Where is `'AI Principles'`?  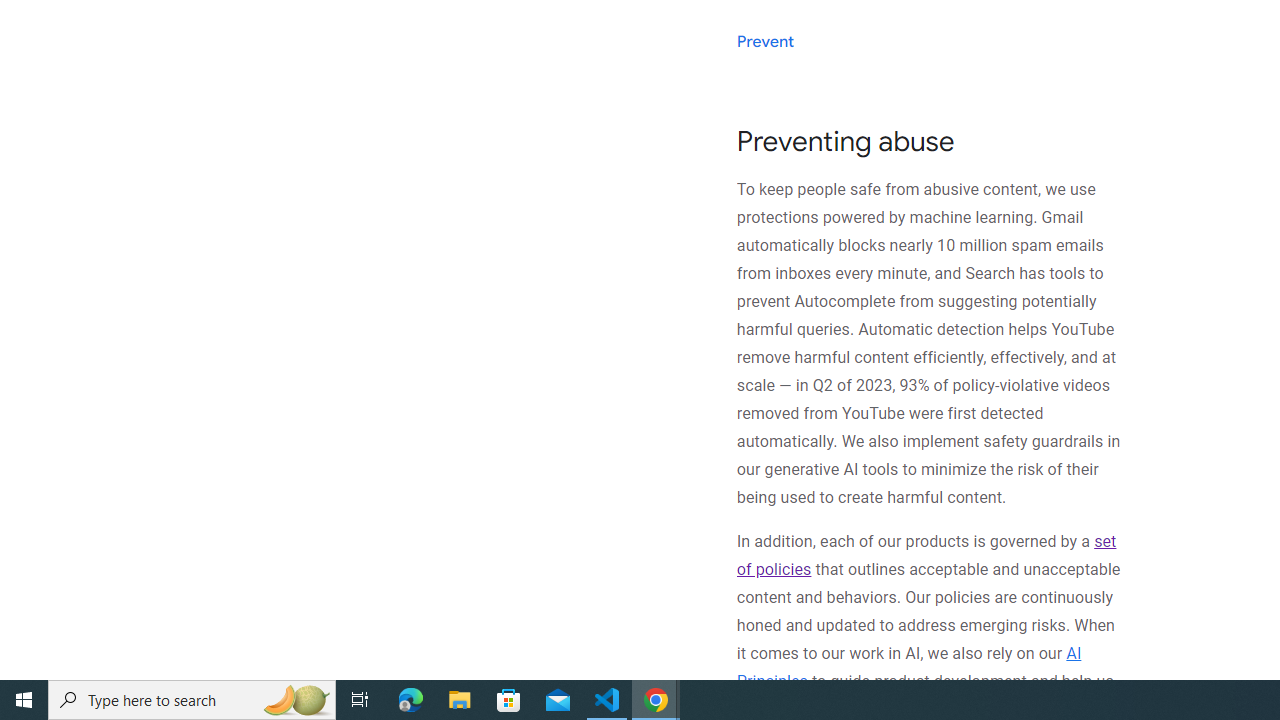 'AI Principles' is located at coordinates (907, 667).